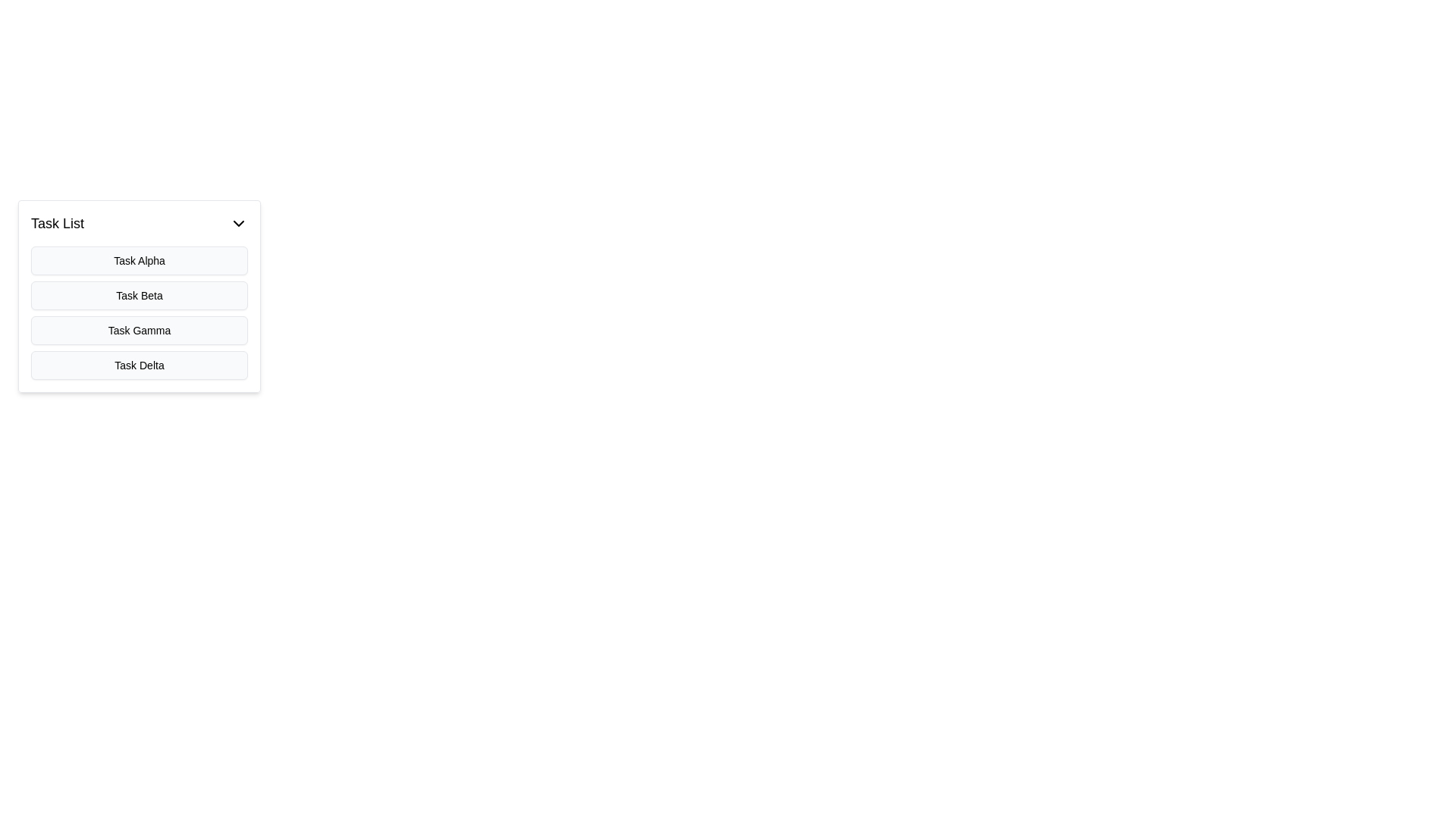 The width and height of the screenshot is (1456, 819). What do you see at coordinates (139, 296) in the screenshot?
I see `the task button in the 'Task List' interface, which includes options like 'Task Alpha', 'Task Beta', 'Task Gamma', and 'Task Delta'` at bounding box center [139, 296].